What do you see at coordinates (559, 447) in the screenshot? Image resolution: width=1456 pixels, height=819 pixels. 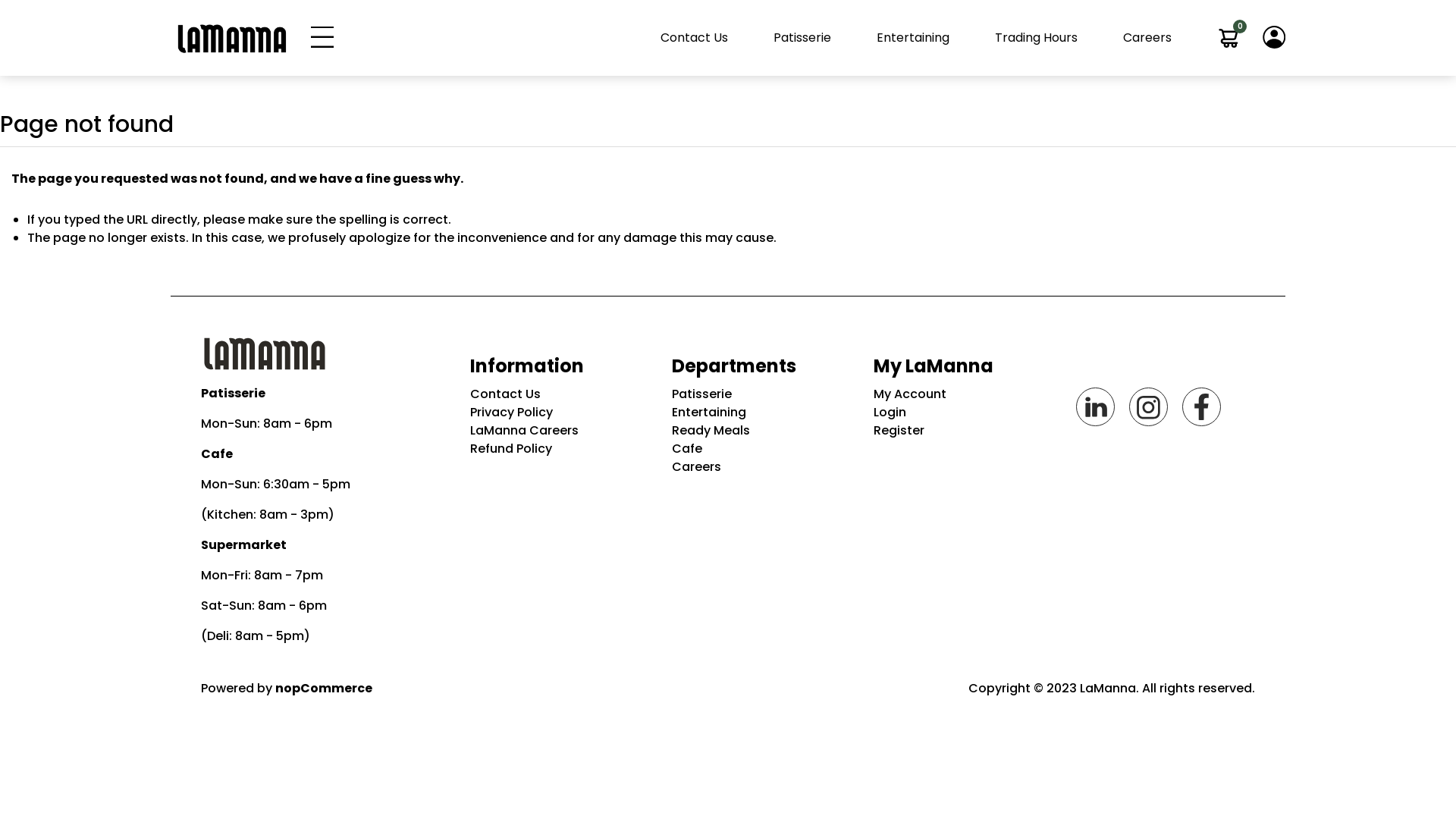 I see `'Refund Policy'` at bounding box center [559, 447].